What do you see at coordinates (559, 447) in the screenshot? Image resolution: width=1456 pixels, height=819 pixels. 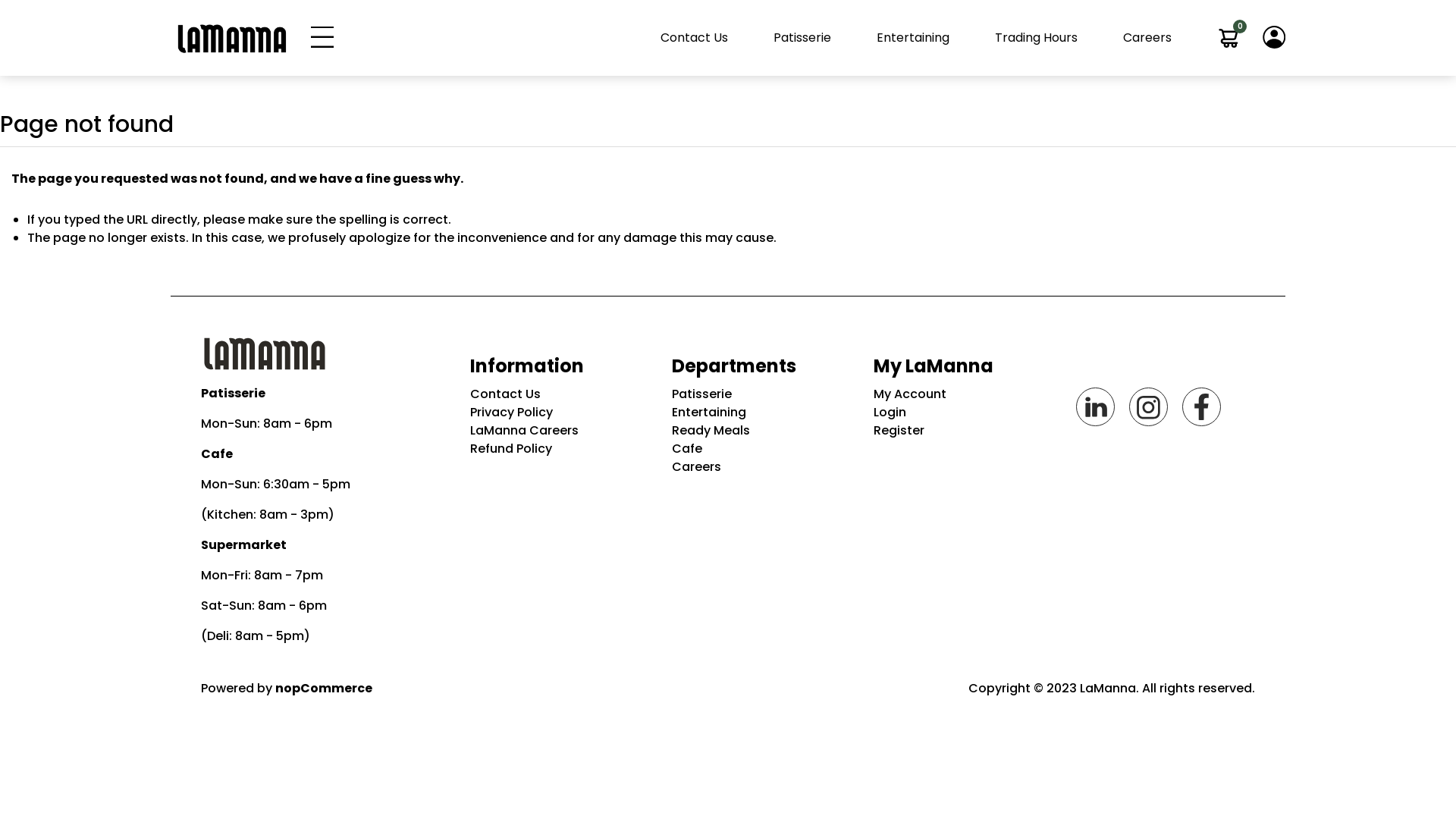 I see `'Refund Policy'` at bounding box center [559, 447].